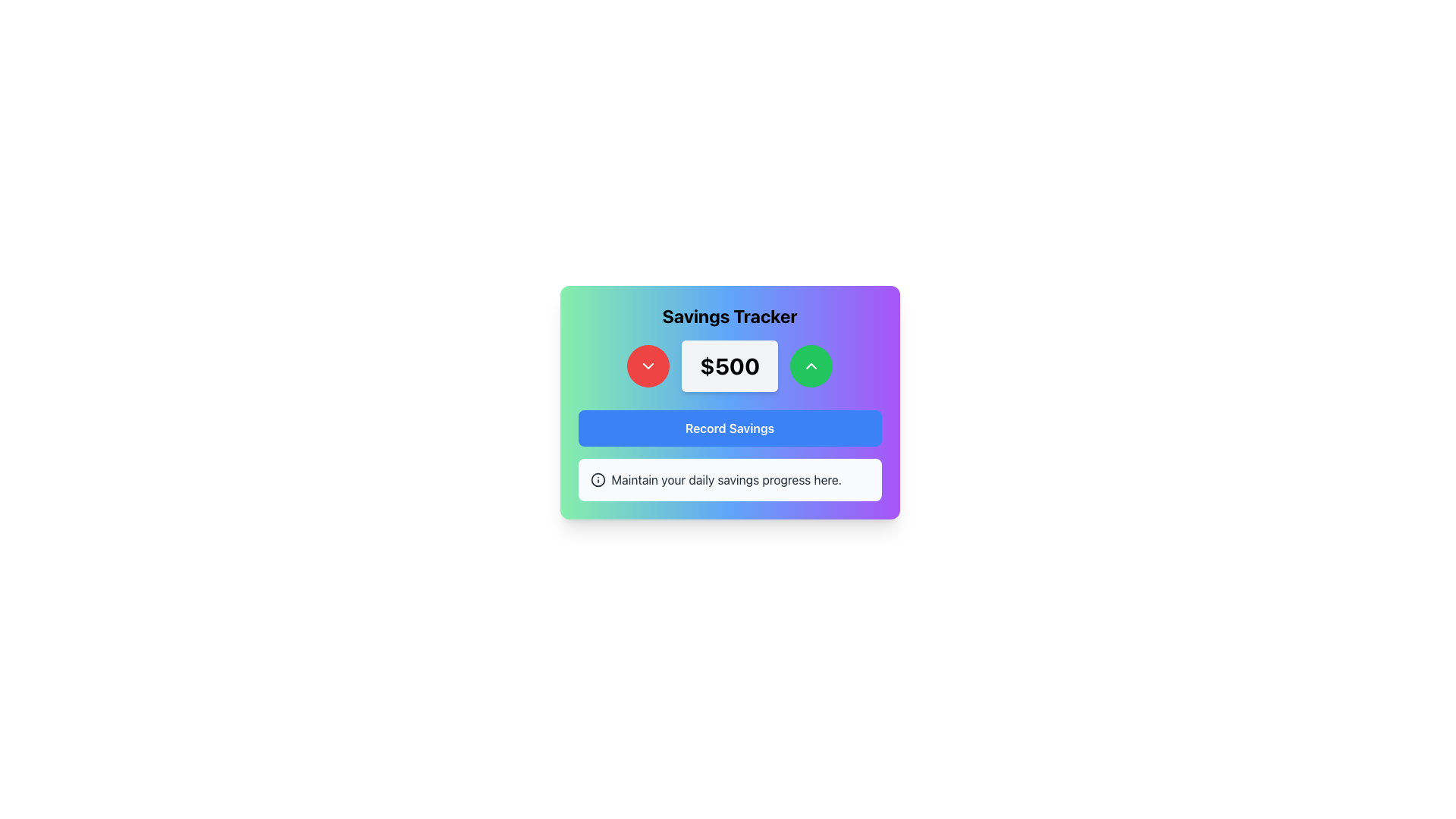  What do you see at coordinates (597, 479) in the screenshot?
I see `the SVG Circle element that serves as part of an icon conveying supplementary information related to the adjacent text instruction, located at the bottom of the 'Record Savings' blue button` at bounding box center [597, 479].